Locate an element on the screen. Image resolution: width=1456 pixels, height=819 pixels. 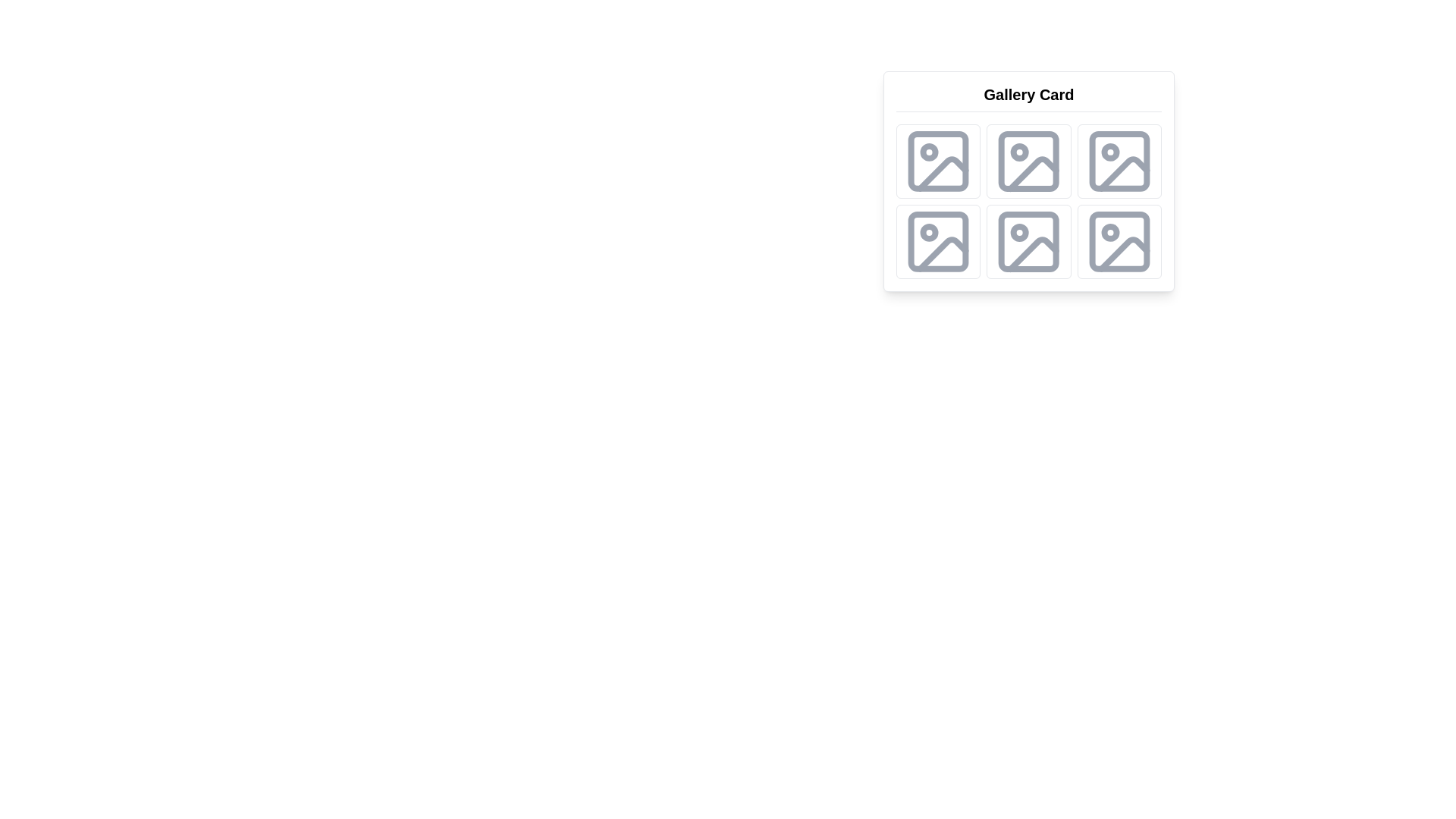
the second card in the first row of the 'Gallery Card' grid is located at coordinates (1029, 161).